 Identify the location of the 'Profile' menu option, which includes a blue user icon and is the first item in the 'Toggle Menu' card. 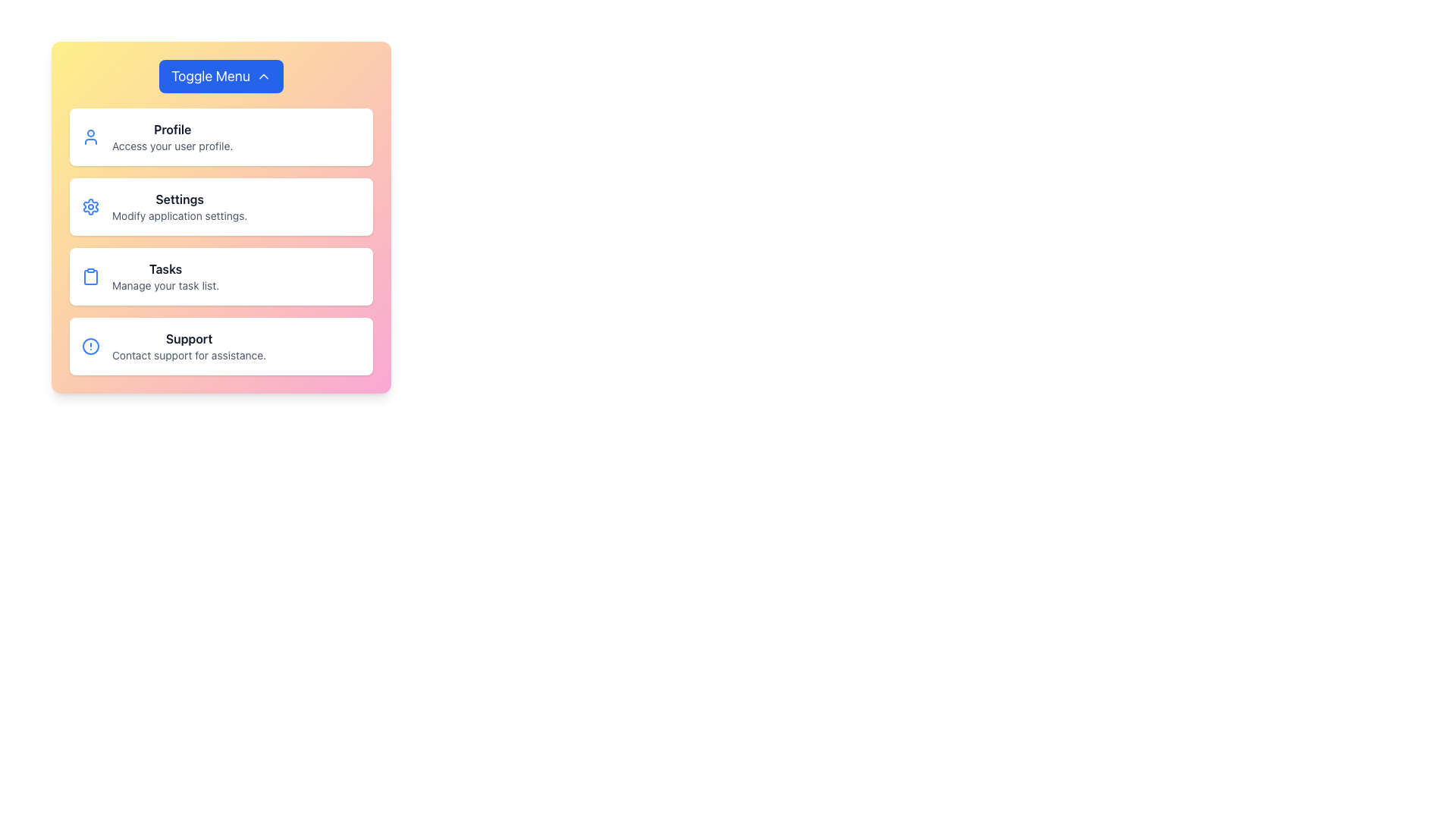
(172, 137).